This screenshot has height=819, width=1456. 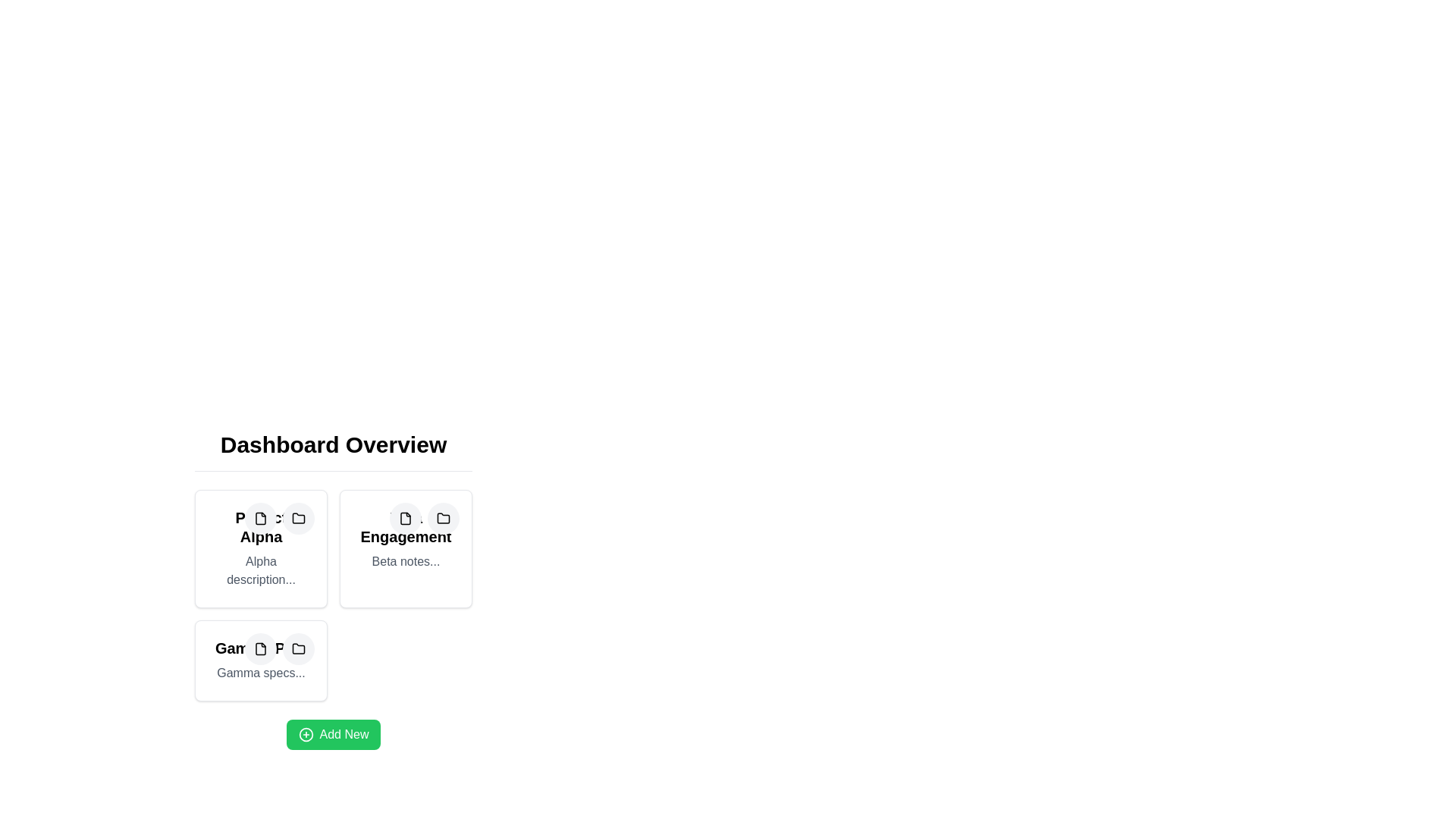 What do you see at coordinates (261, 549) in the screenshot?
I see `the interactive icons on the first card component in the project dashboard, which is located at the top-left corner of the grid layout` at bounding box center [261, 549].